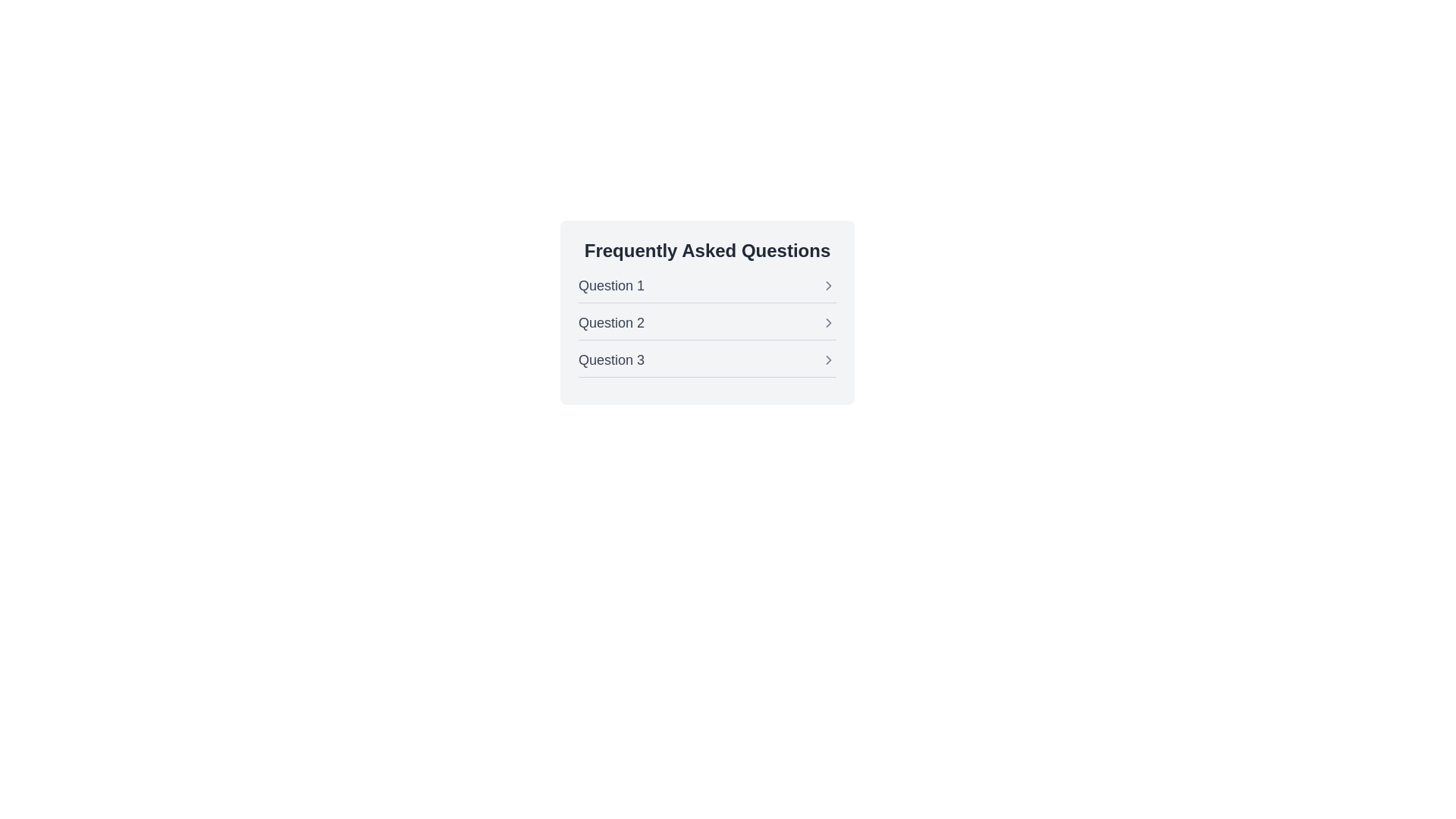  Describe the element at coordinates (828, 286) in the screenshot. I see `the rightward-facing chevron icon located at the rightmost side of the first item ('Question 1') in the 'Frequently Asked Questions' section` at that location.